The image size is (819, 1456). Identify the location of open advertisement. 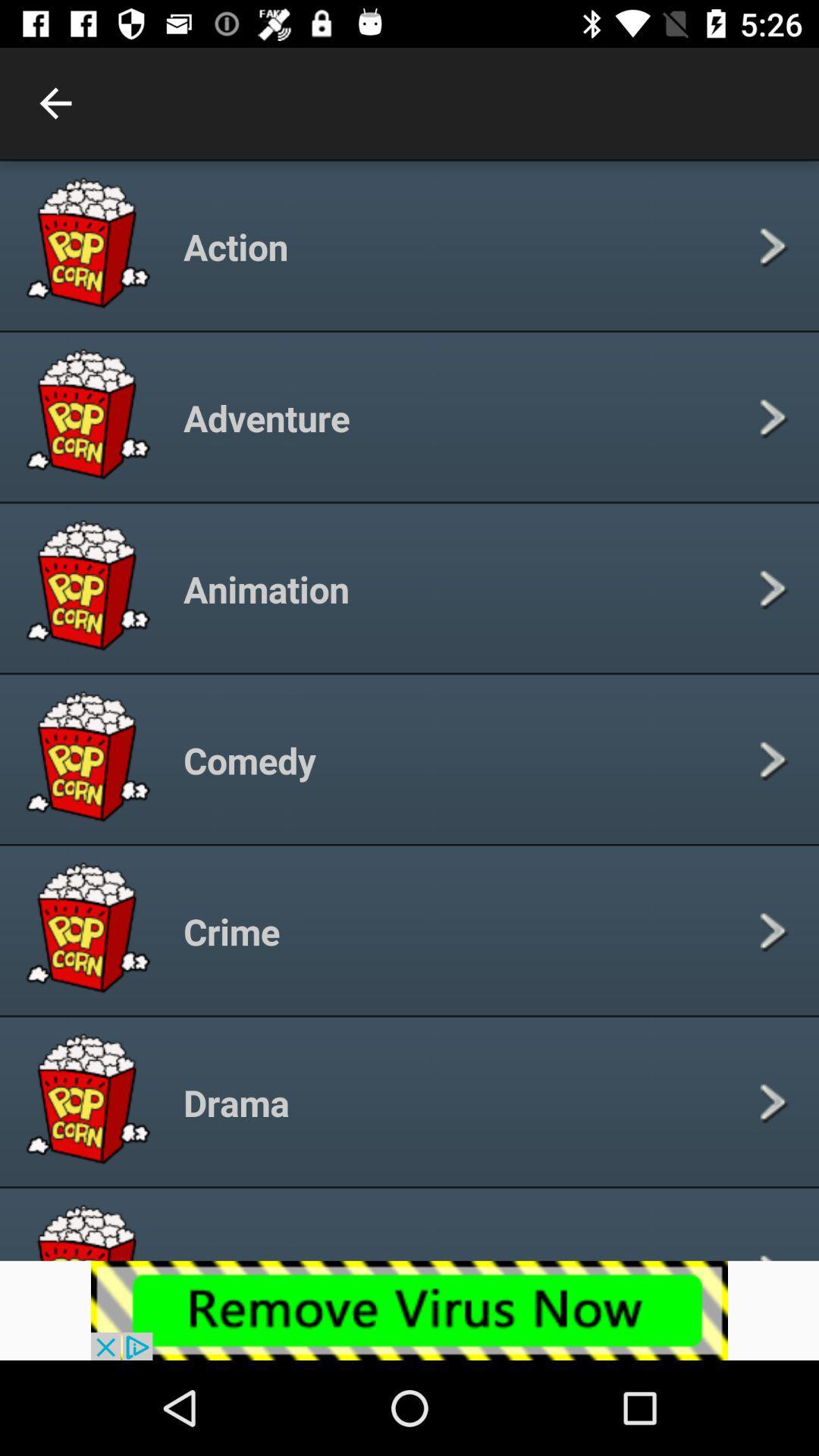
(409, 1310).